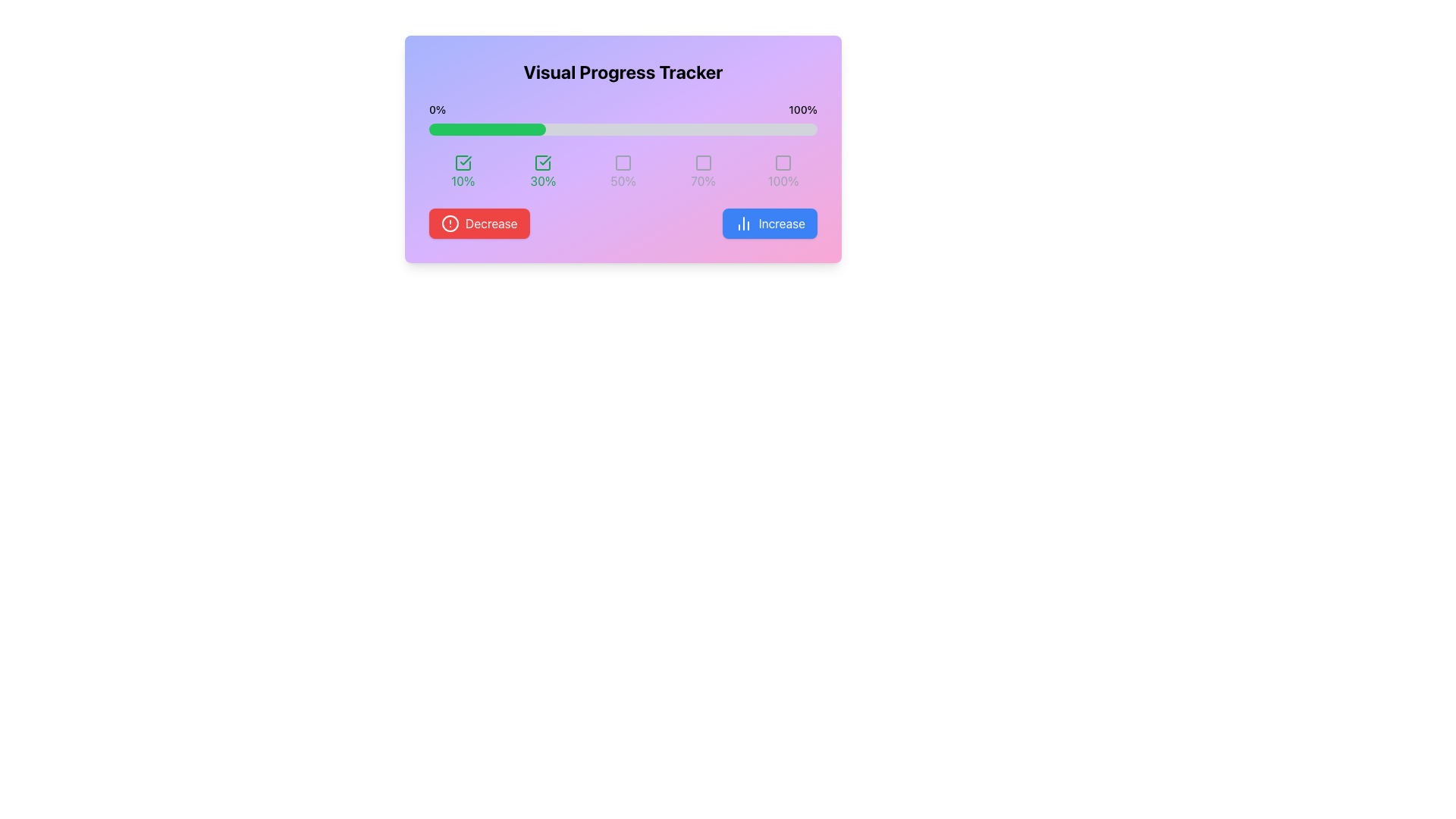  What do you see at coordinates (545, 128) in the screenshot?
I see `the progress level` at bounding box center [545, 128].